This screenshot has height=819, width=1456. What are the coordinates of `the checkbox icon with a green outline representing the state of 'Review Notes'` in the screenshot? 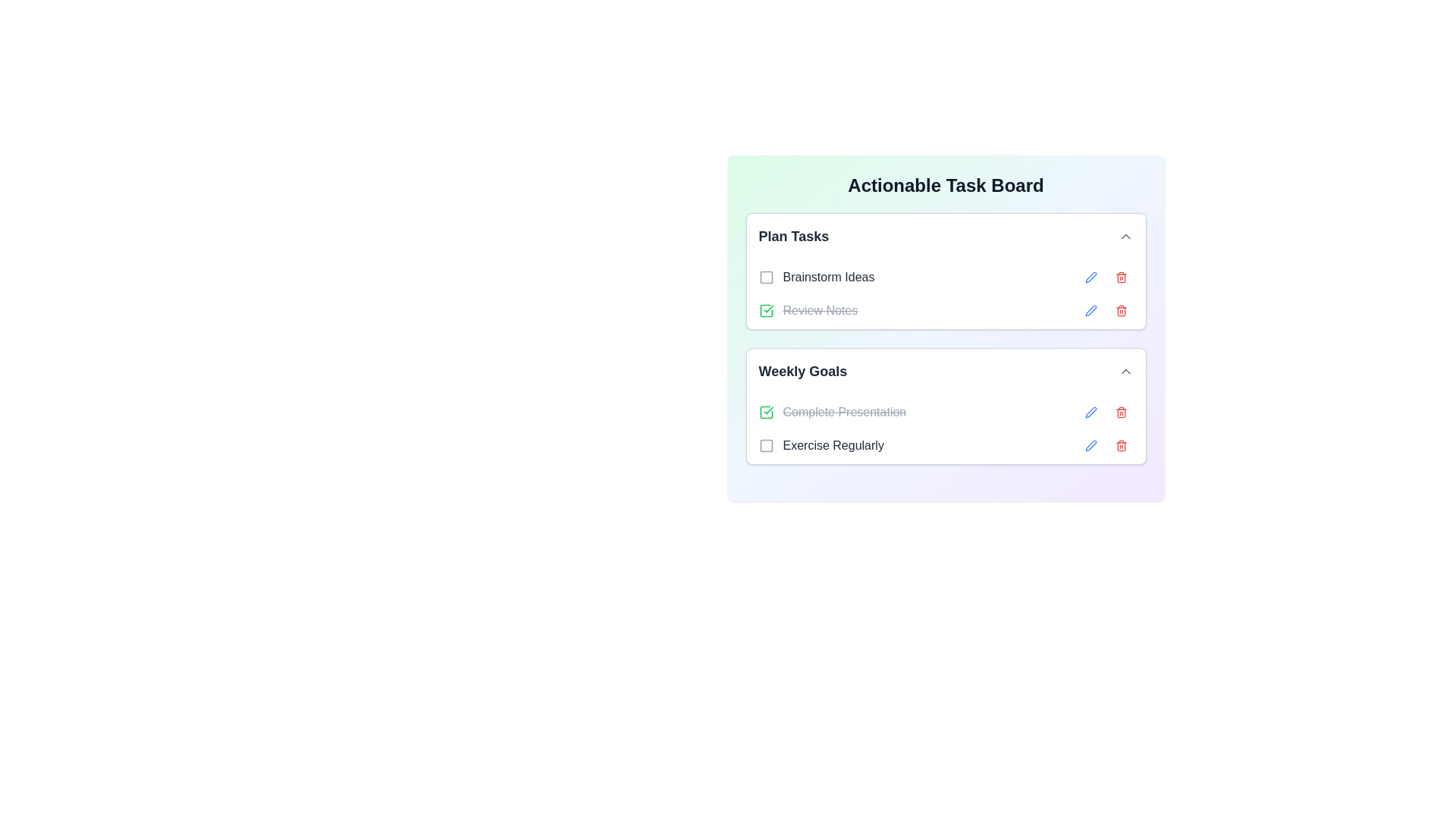 It's located at (766, 412).